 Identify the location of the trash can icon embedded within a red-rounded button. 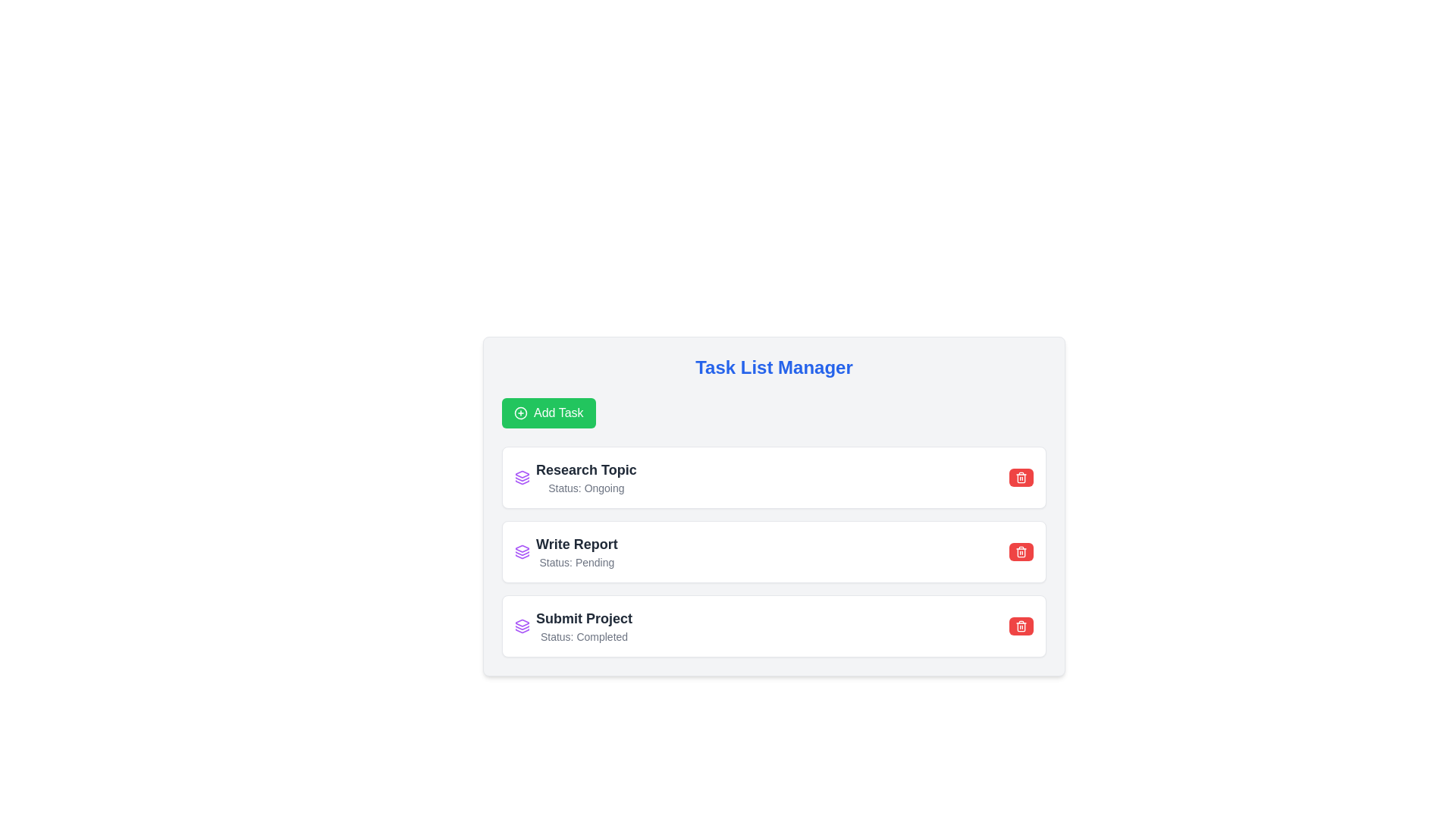
(1021, 476).